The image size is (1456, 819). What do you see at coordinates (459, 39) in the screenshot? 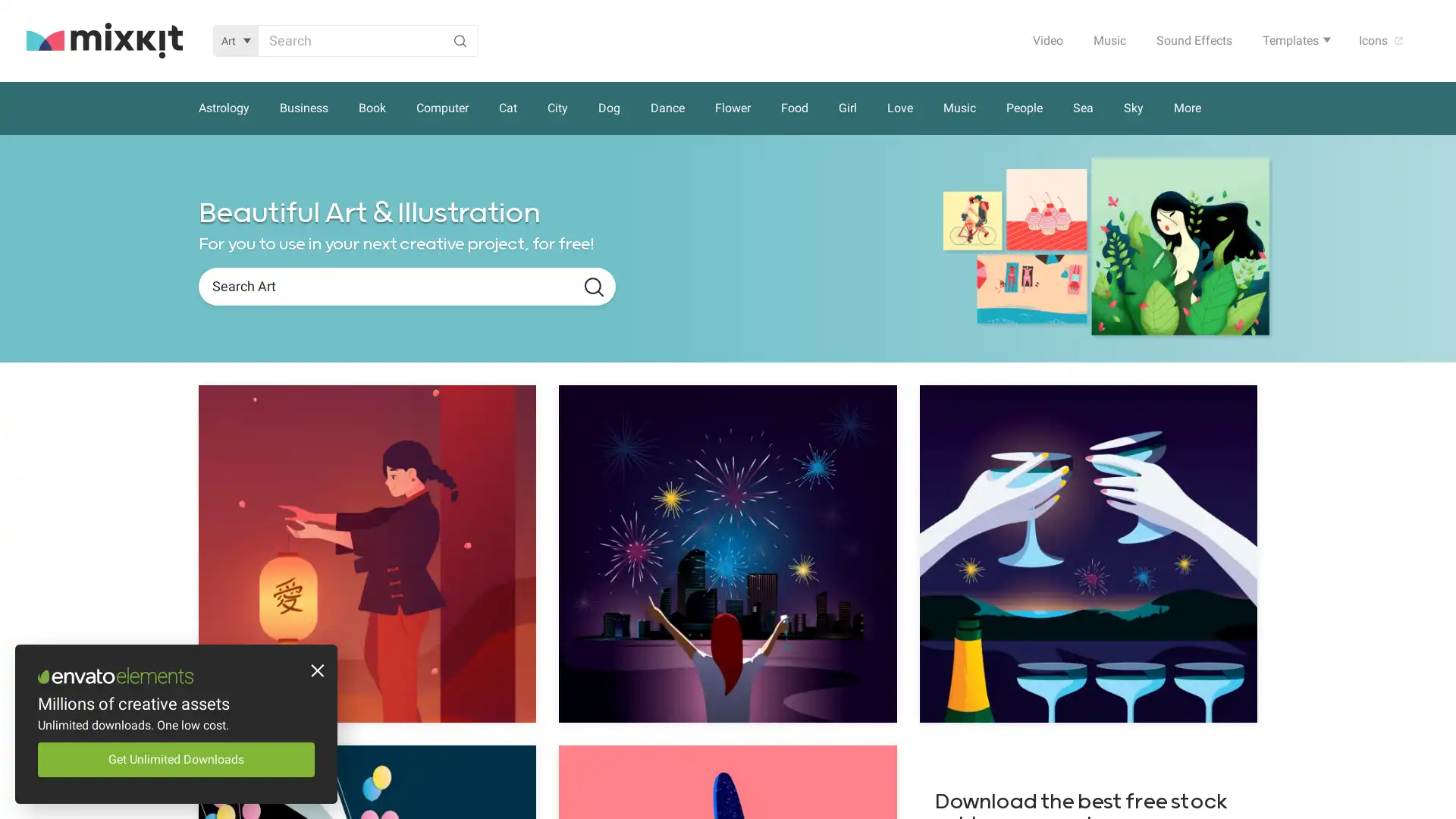
I see `Search` at bounding box center [459, 39].